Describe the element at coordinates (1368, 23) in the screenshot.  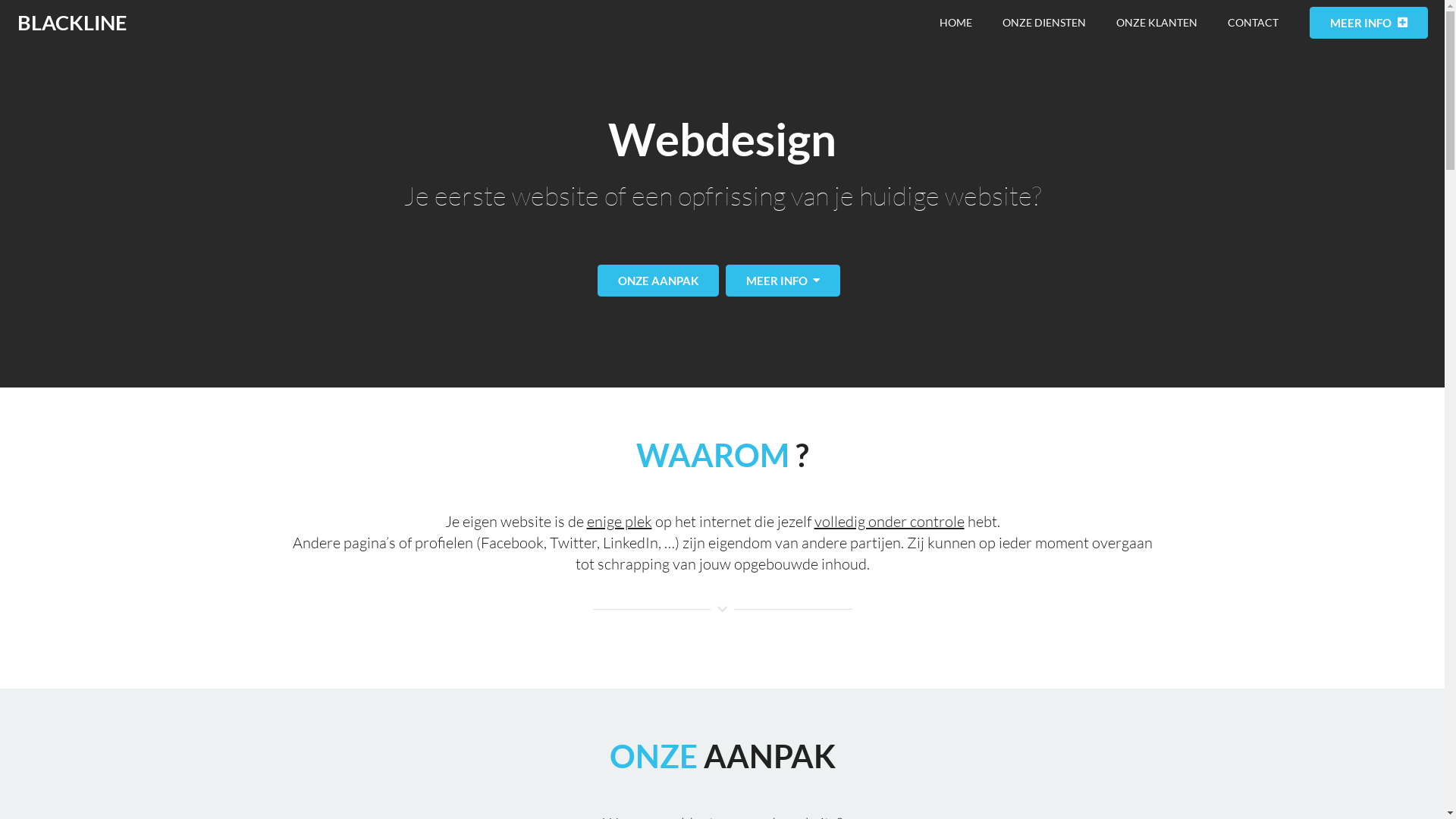
I see `'MEER INFO'` at that location.